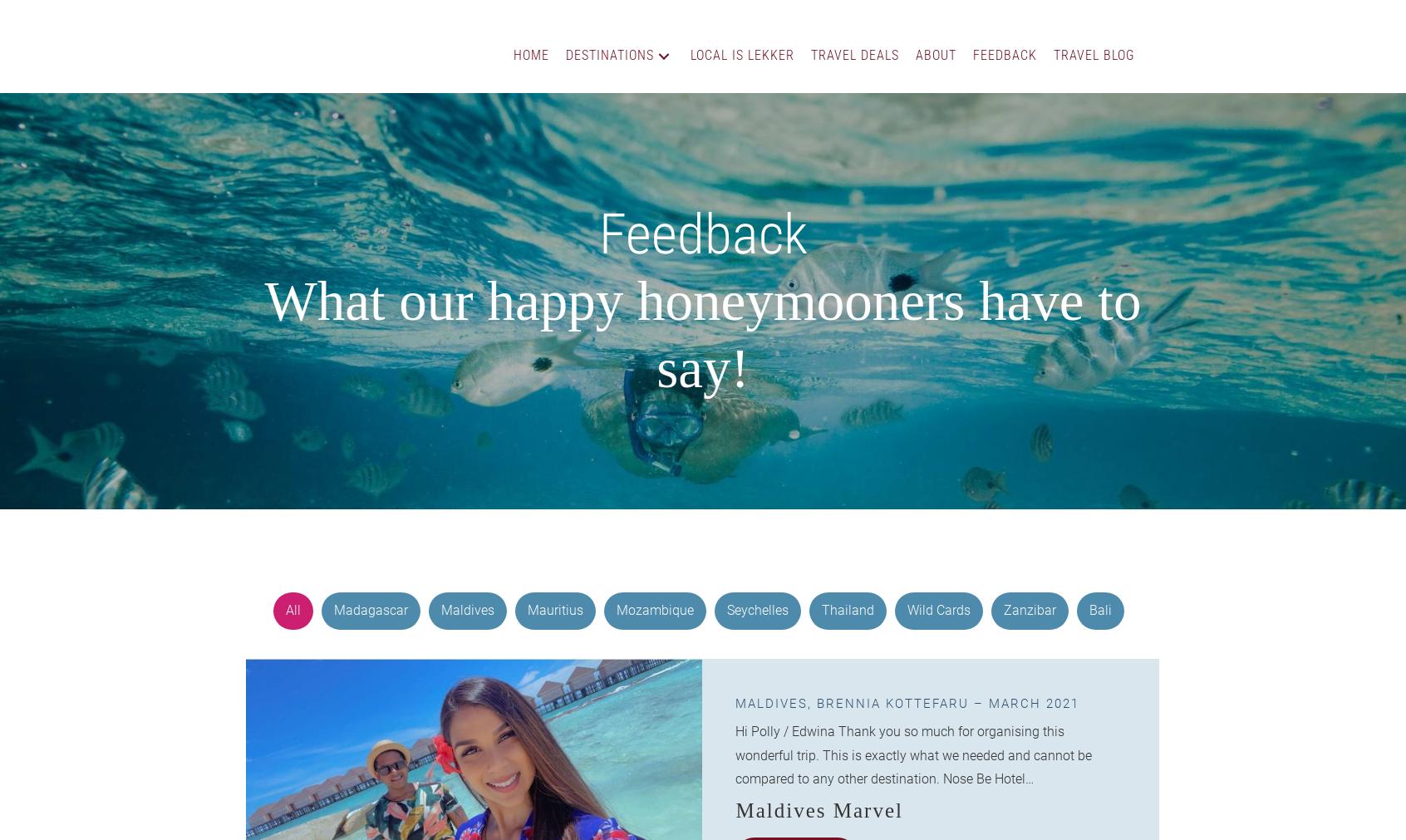  Describe the element at coordinates (854, 54) in the screenshot. I see `'Travel Deals'` at that location.